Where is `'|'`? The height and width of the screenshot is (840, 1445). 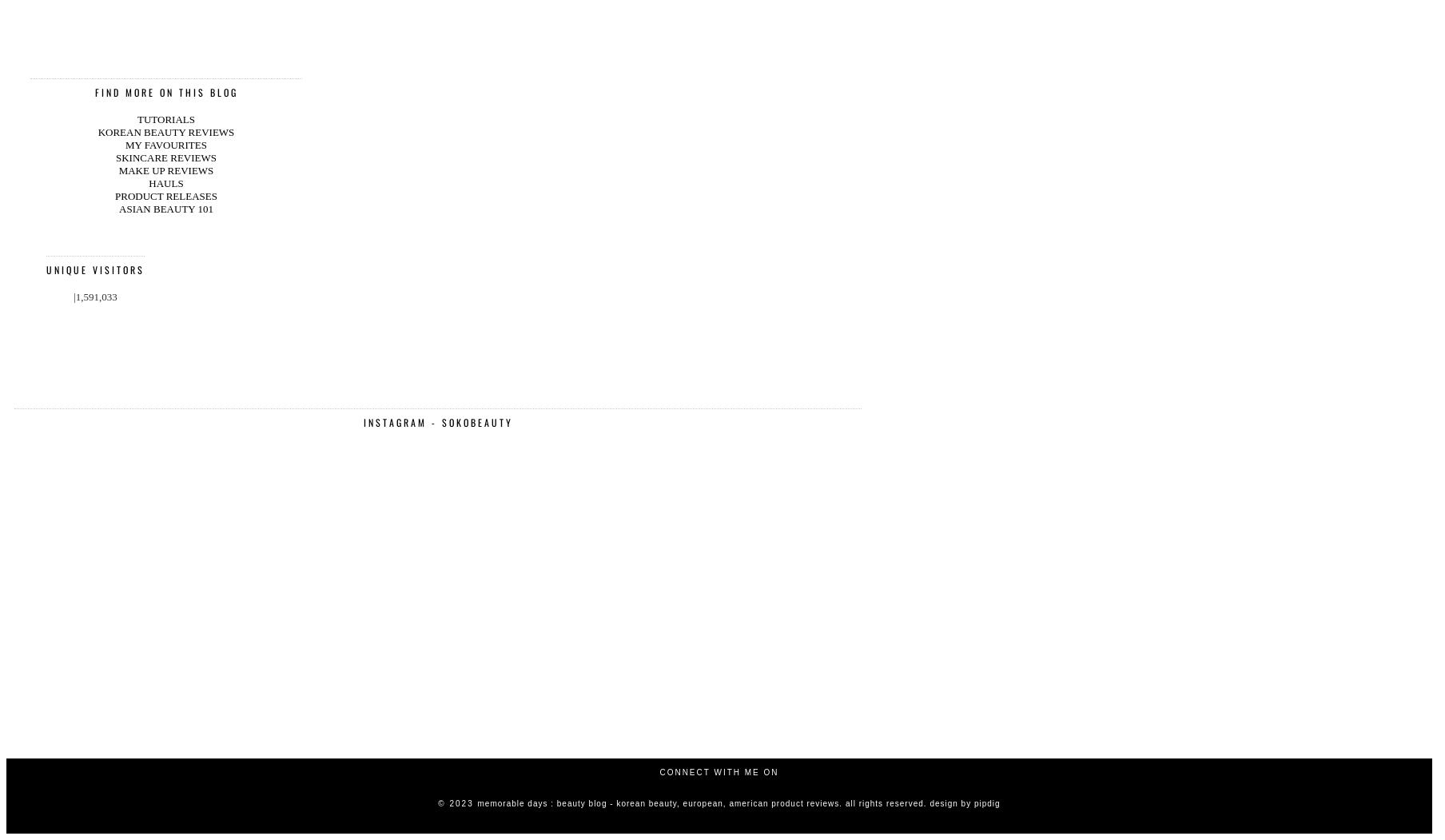
'|' is located at coordinates (73, 105).